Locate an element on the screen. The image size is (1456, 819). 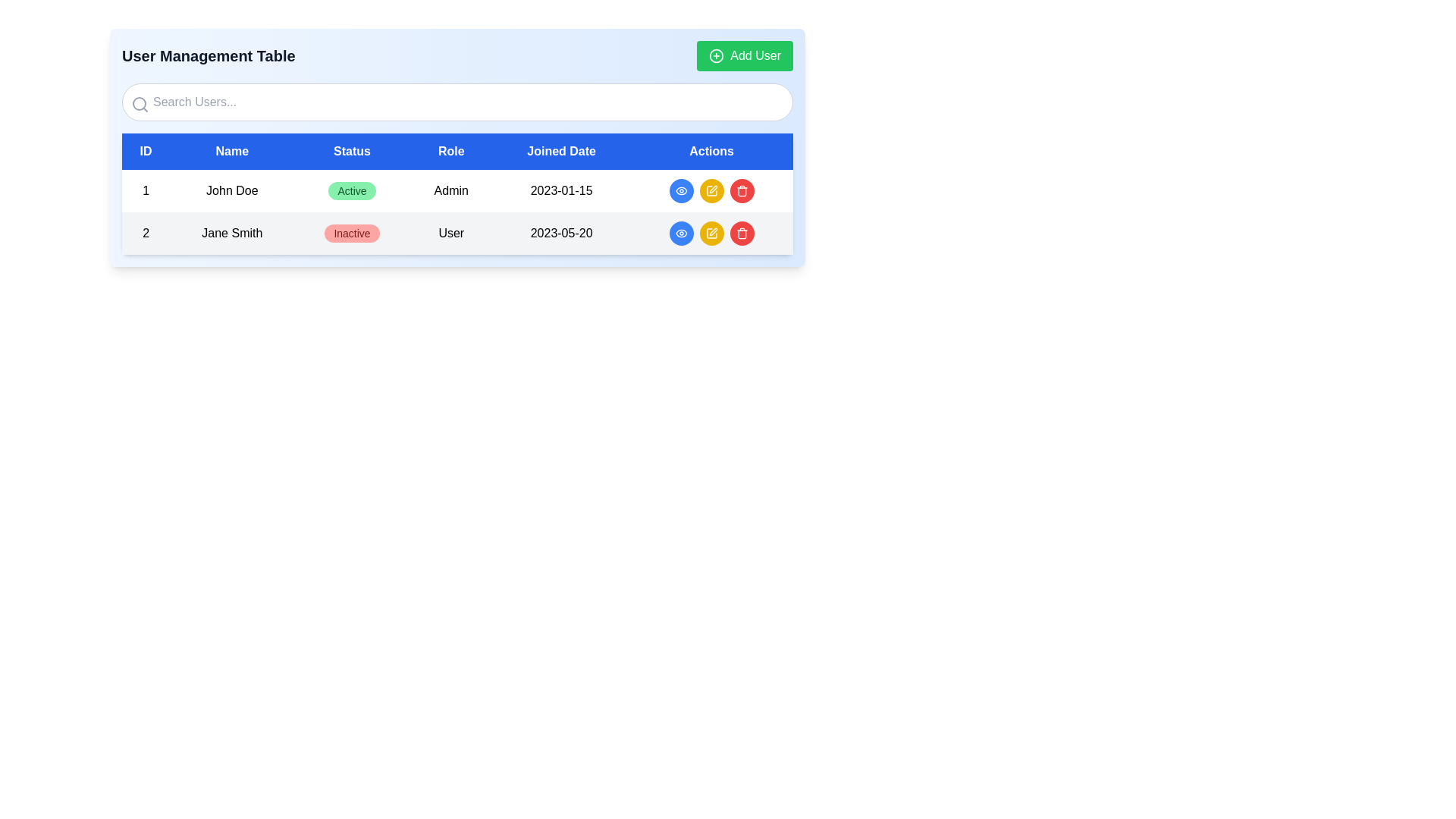
the circular element of the SVG icon representing the 'Add User' functionality located within the green button at the top-right corner of the interface is located at coordinates (716, 55).